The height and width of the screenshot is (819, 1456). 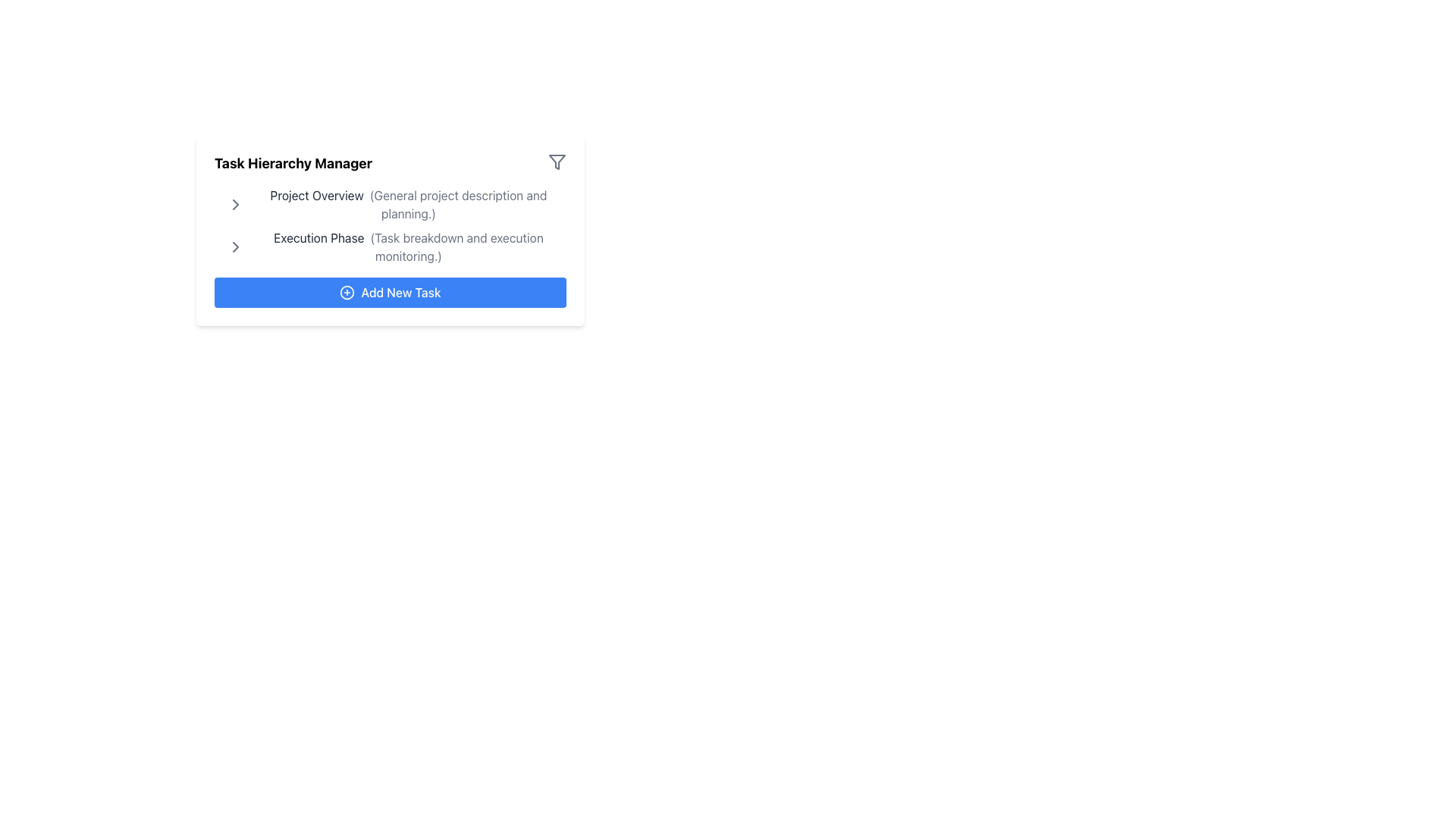 I want to click on the gray upside-down triangle icon located to the far right of the 'Task Hierarchy Manager' section header, so click(x=556, y=162).